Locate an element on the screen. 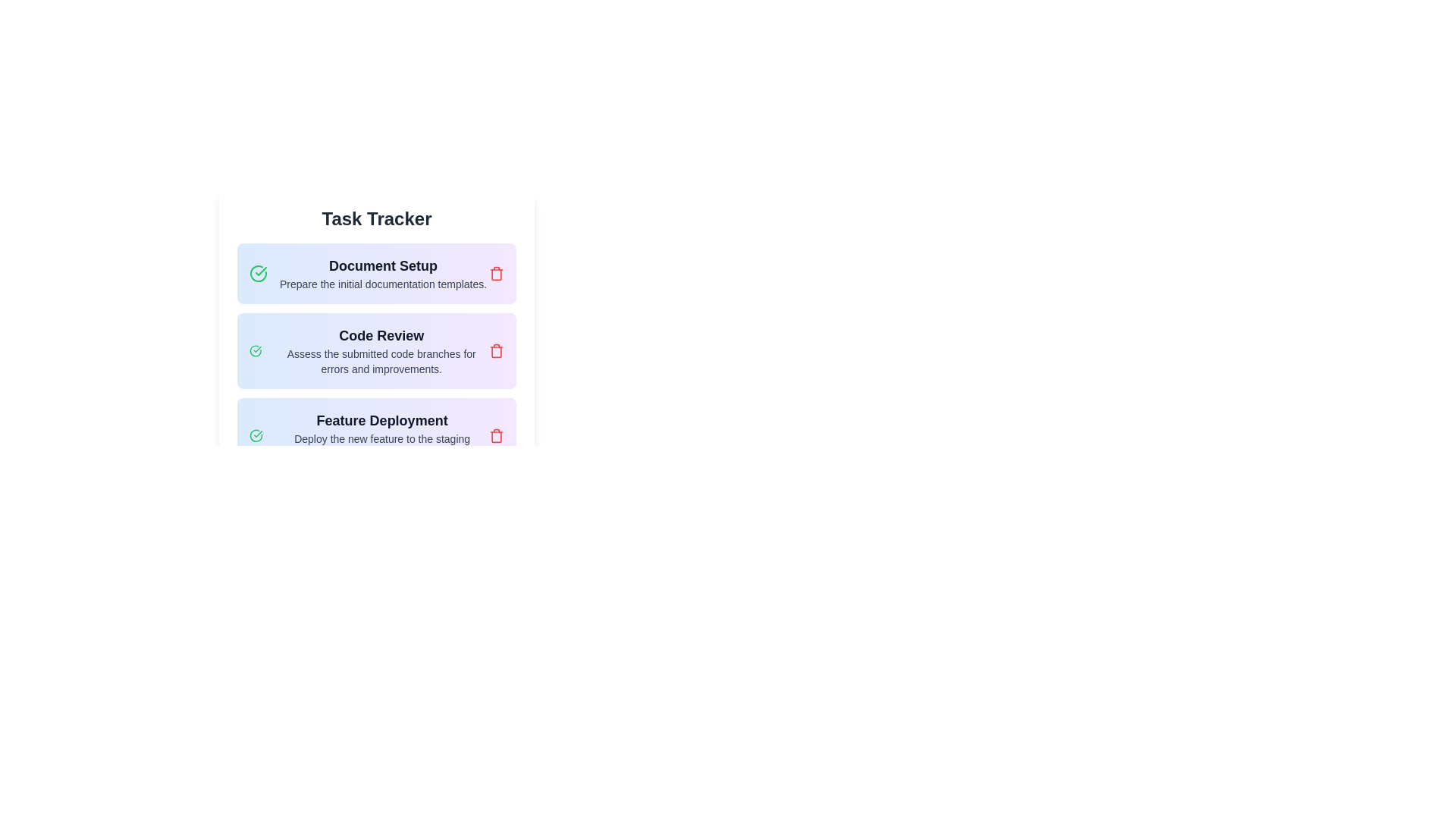 The width and height of the screenshot is (1456, 819). text label that serves as the title for 'Document Setup', located below 'Task Tracker' and aligned to the left is located at coordinates (383, 265).